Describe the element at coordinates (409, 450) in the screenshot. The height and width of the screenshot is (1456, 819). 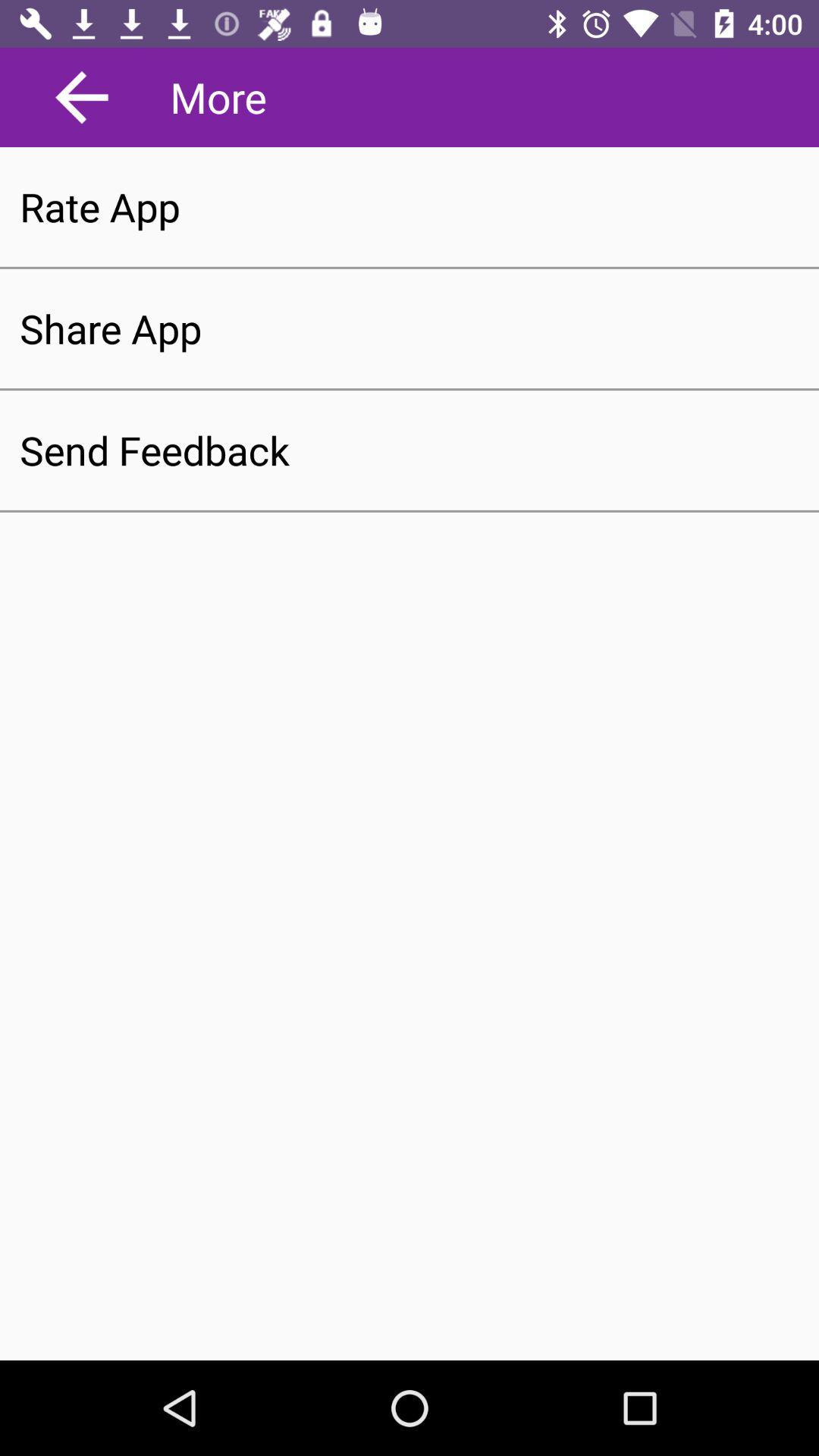
I see `the send feedback item` at that location.